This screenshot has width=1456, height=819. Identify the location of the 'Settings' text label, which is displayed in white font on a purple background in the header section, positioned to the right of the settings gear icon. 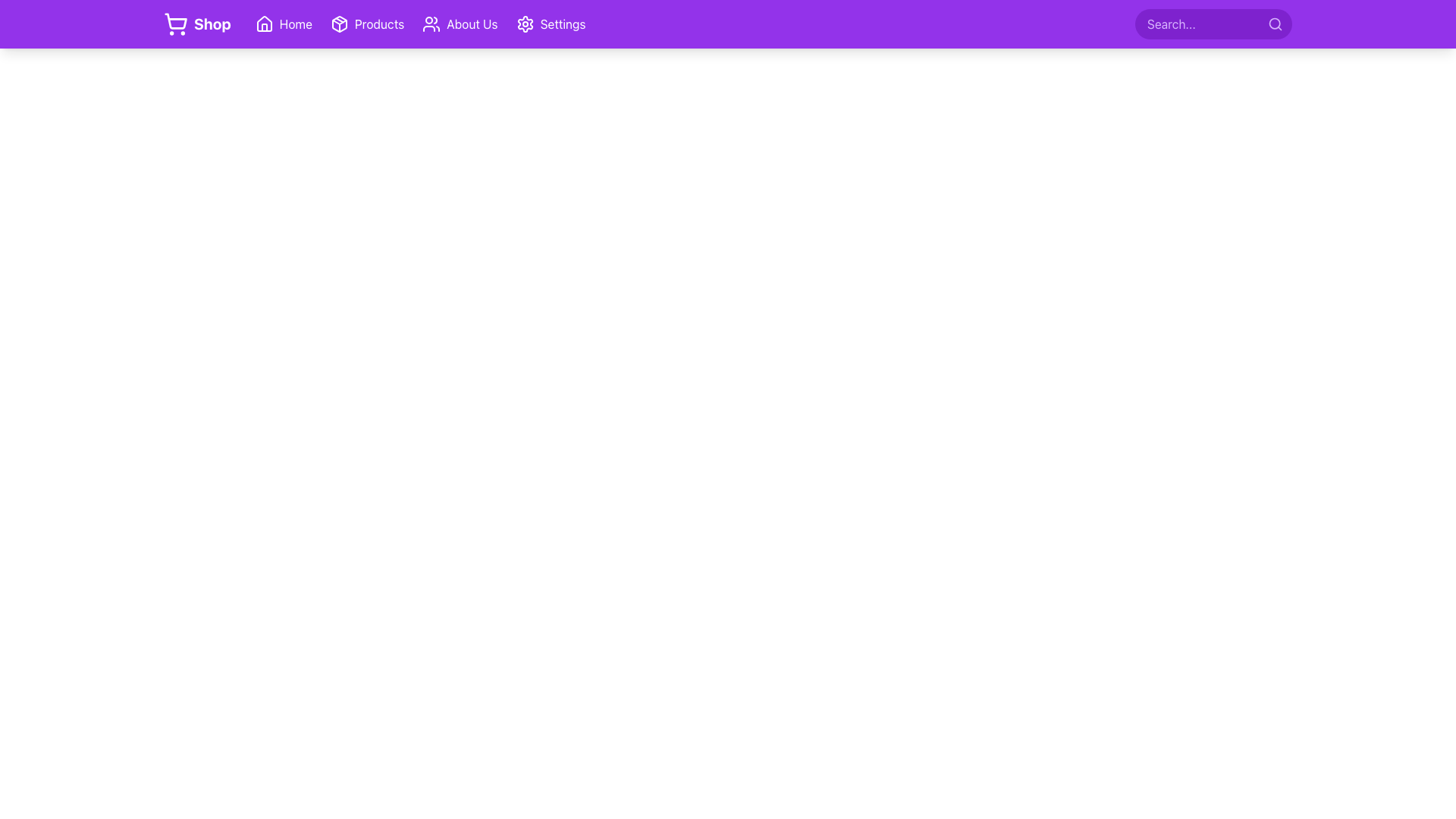
(562, 24).